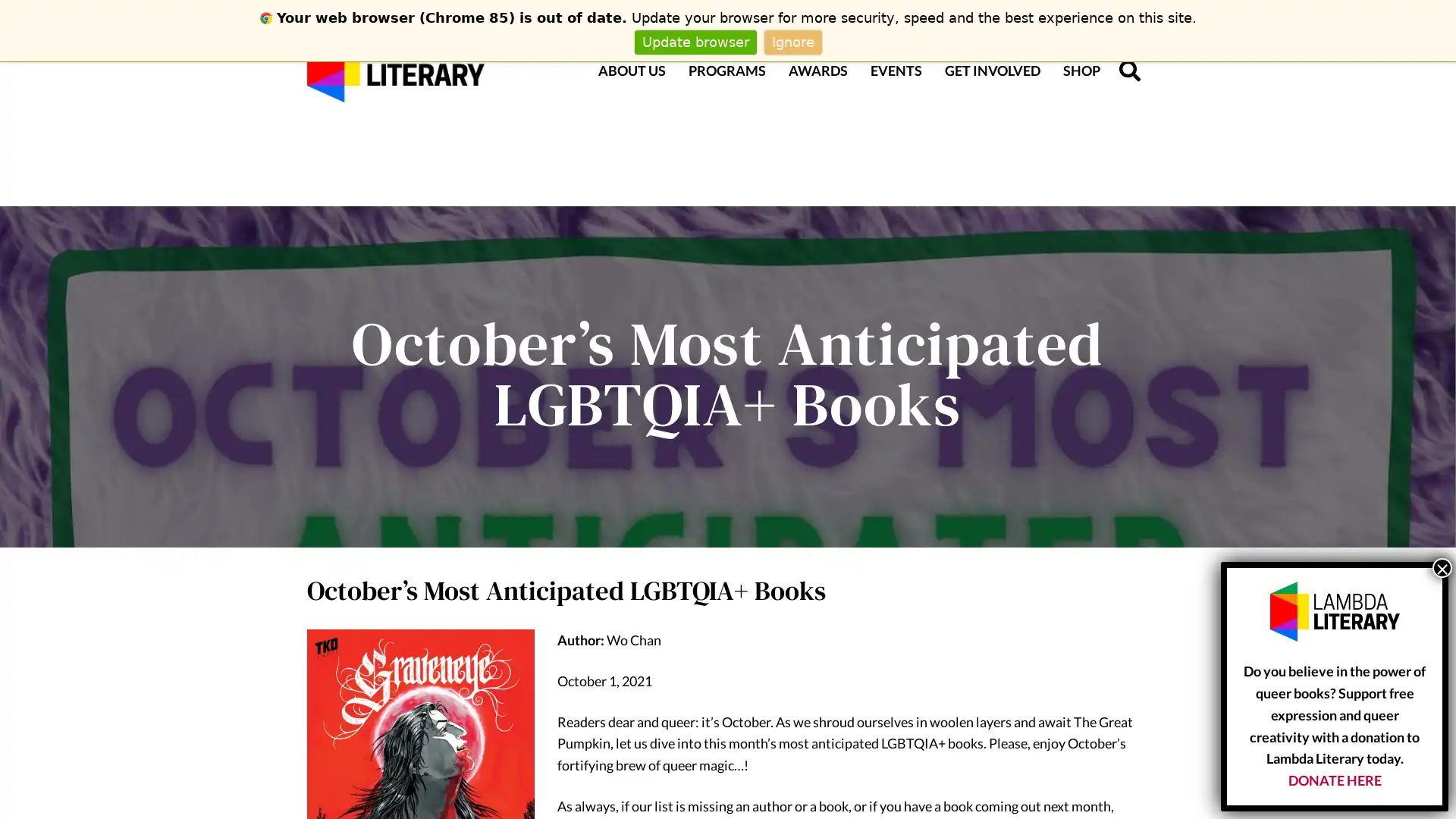  Describe the element at coordinates (1441, 567) in the screenshot. I see `Close` at that location.